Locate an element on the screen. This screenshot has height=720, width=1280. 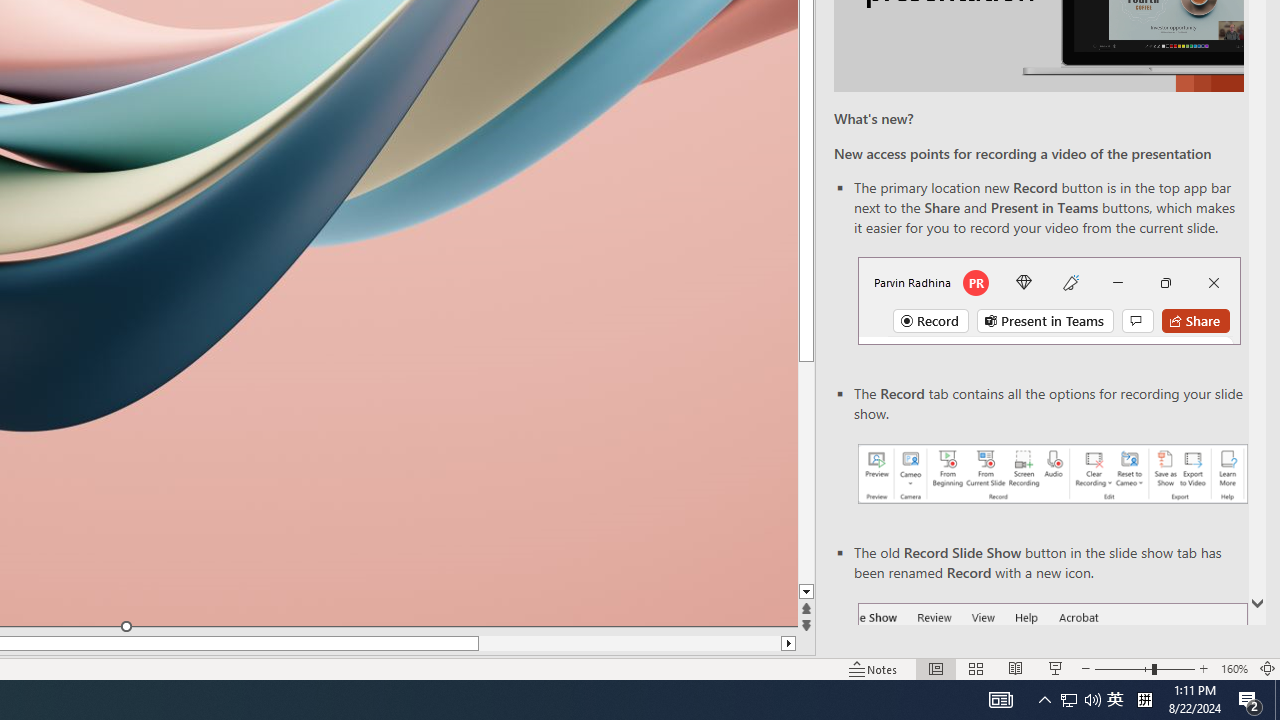
'Slide Sorter' is located at coordinates (976, 669).